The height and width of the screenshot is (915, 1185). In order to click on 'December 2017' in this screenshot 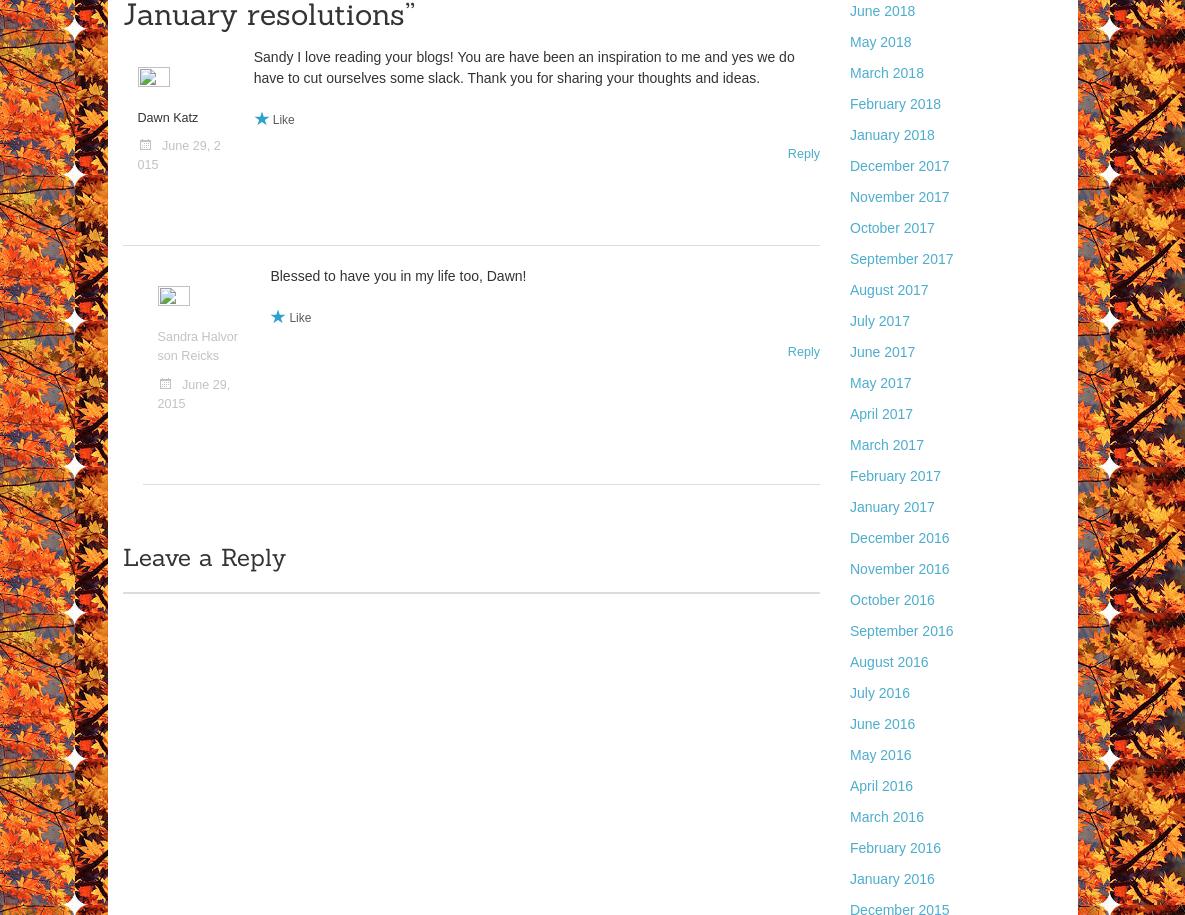, I will do `click(849, 164)`.